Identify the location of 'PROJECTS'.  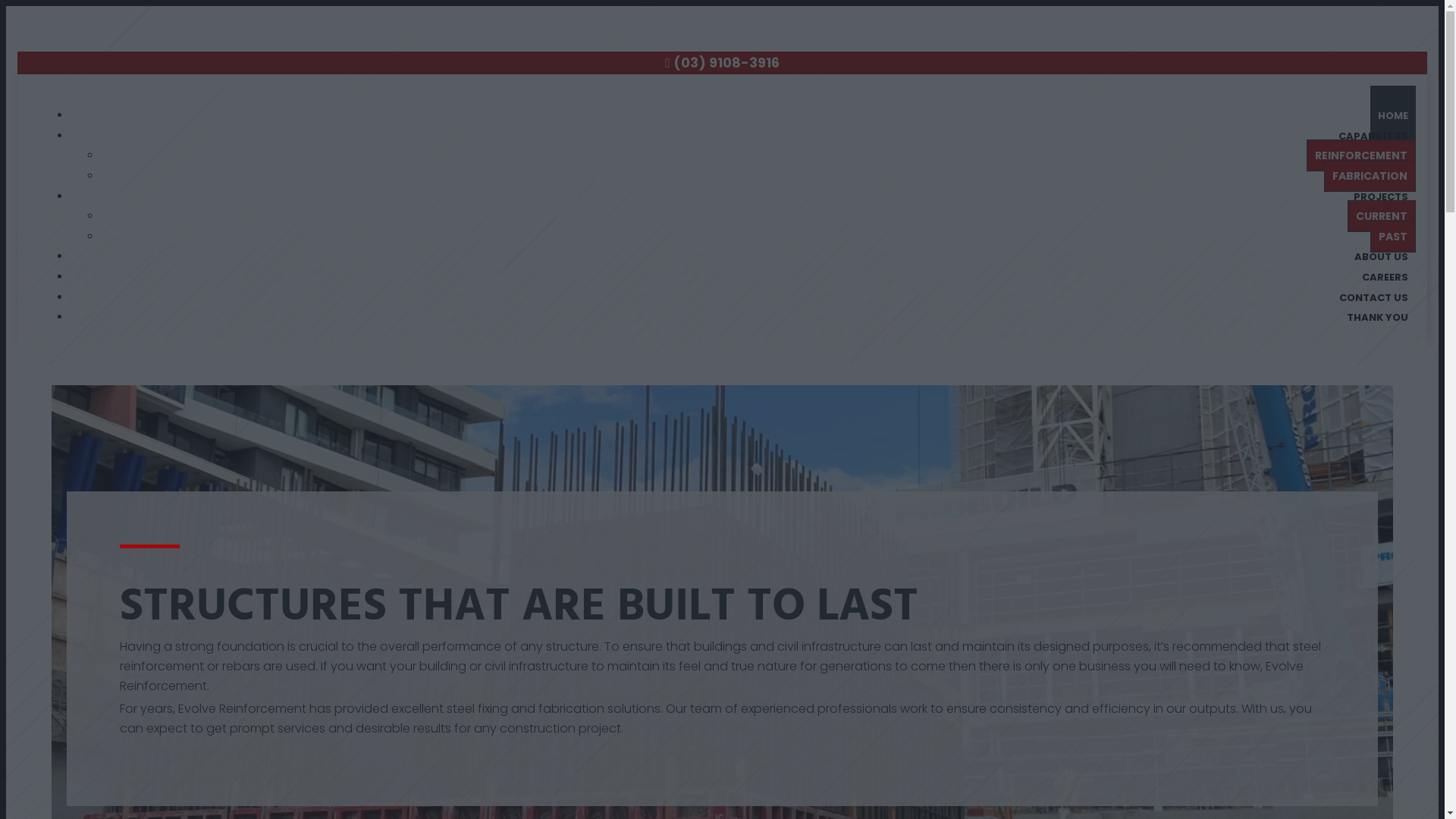
(1380, 196).